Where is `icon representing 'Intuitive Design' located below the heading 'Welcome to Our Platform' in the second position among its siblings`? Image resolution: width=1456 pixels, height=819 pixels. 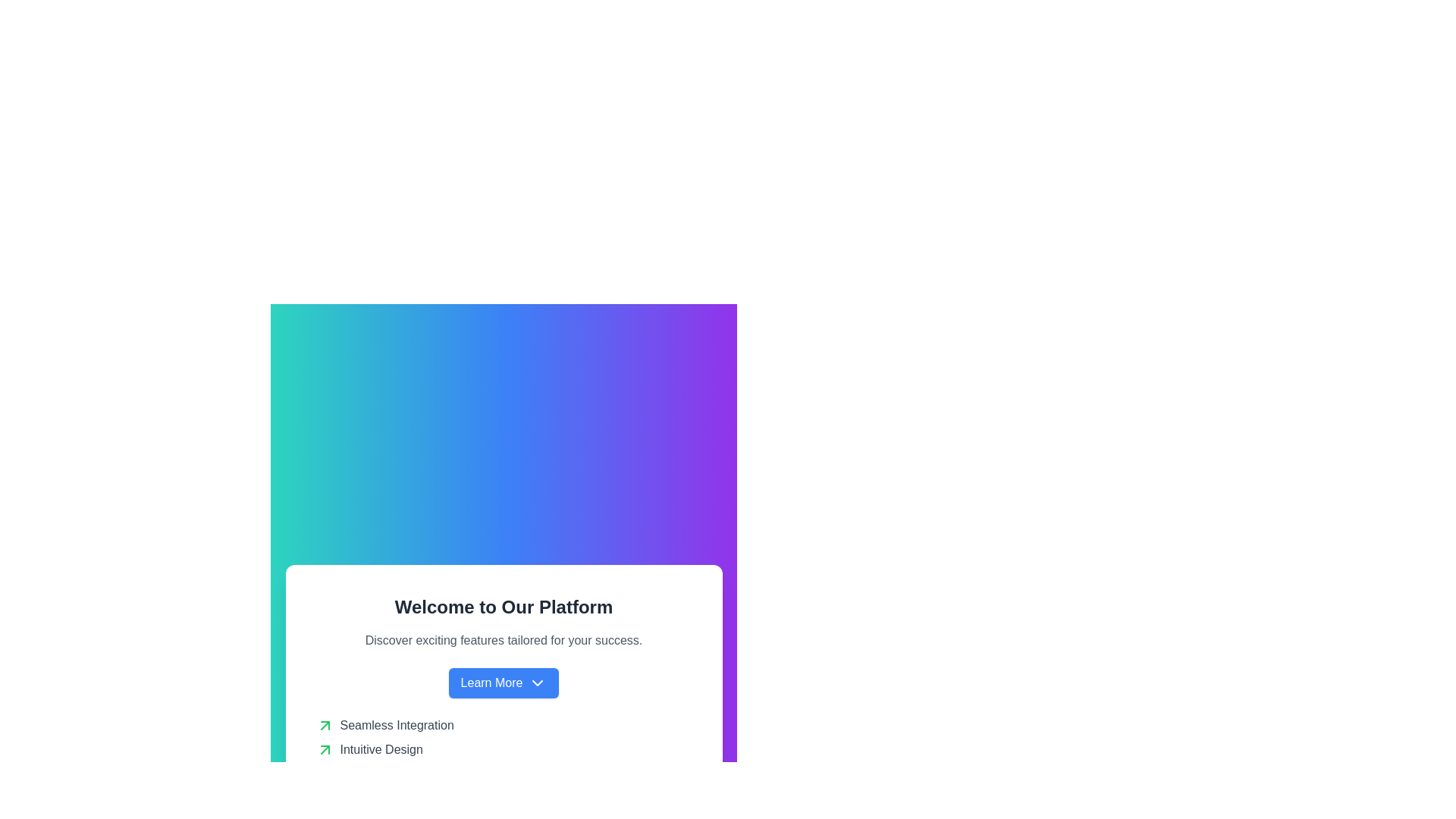 icon representing 'Intuitive Design' located below the heading 'Welcome to Our Platform' in the second position among its siblings is located at coordinates (504, 748).